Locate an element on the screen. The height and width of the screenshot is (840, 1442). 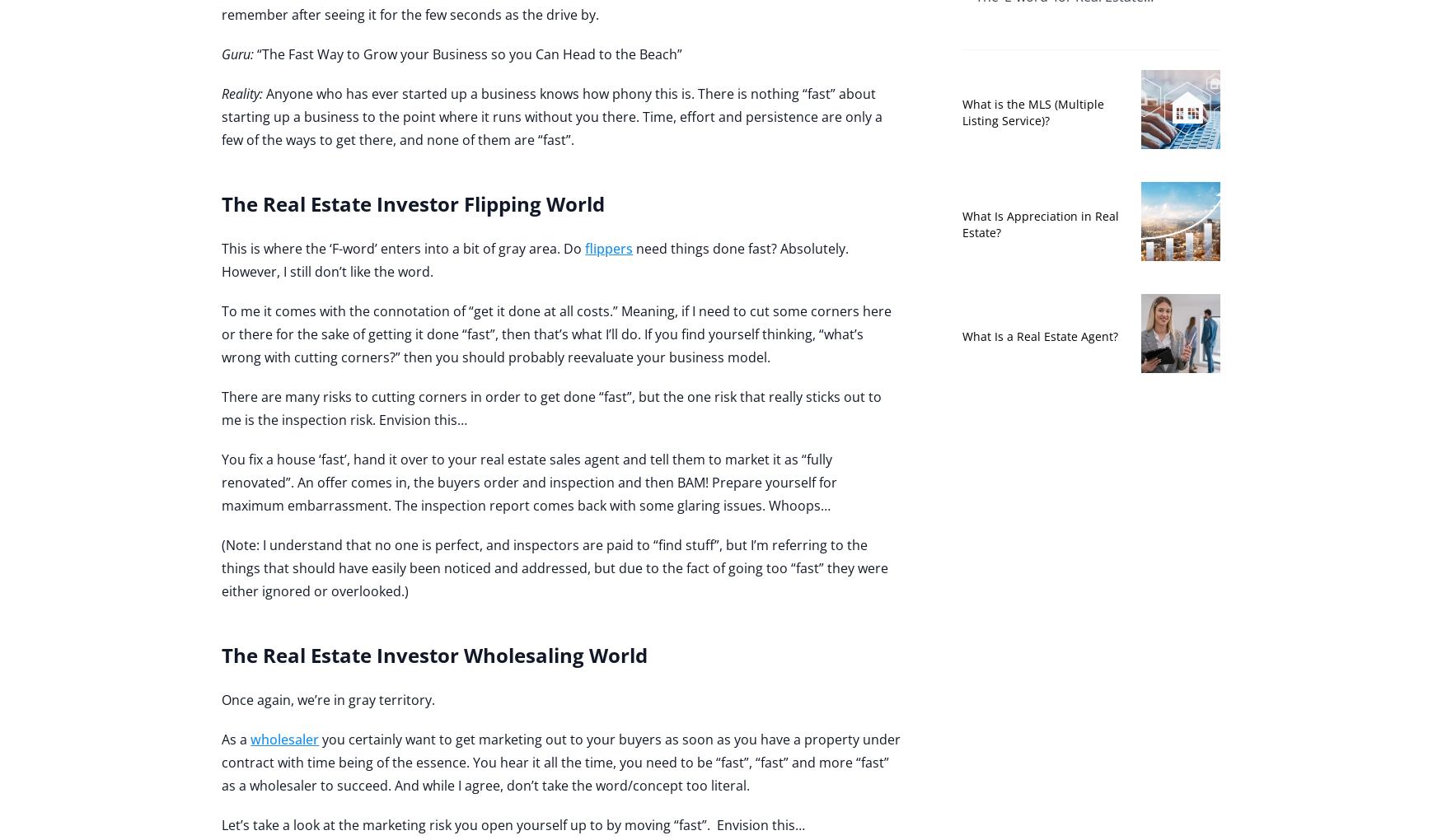
'The Real Estate Investor Flipping World' is located at coordinates (412, 203).